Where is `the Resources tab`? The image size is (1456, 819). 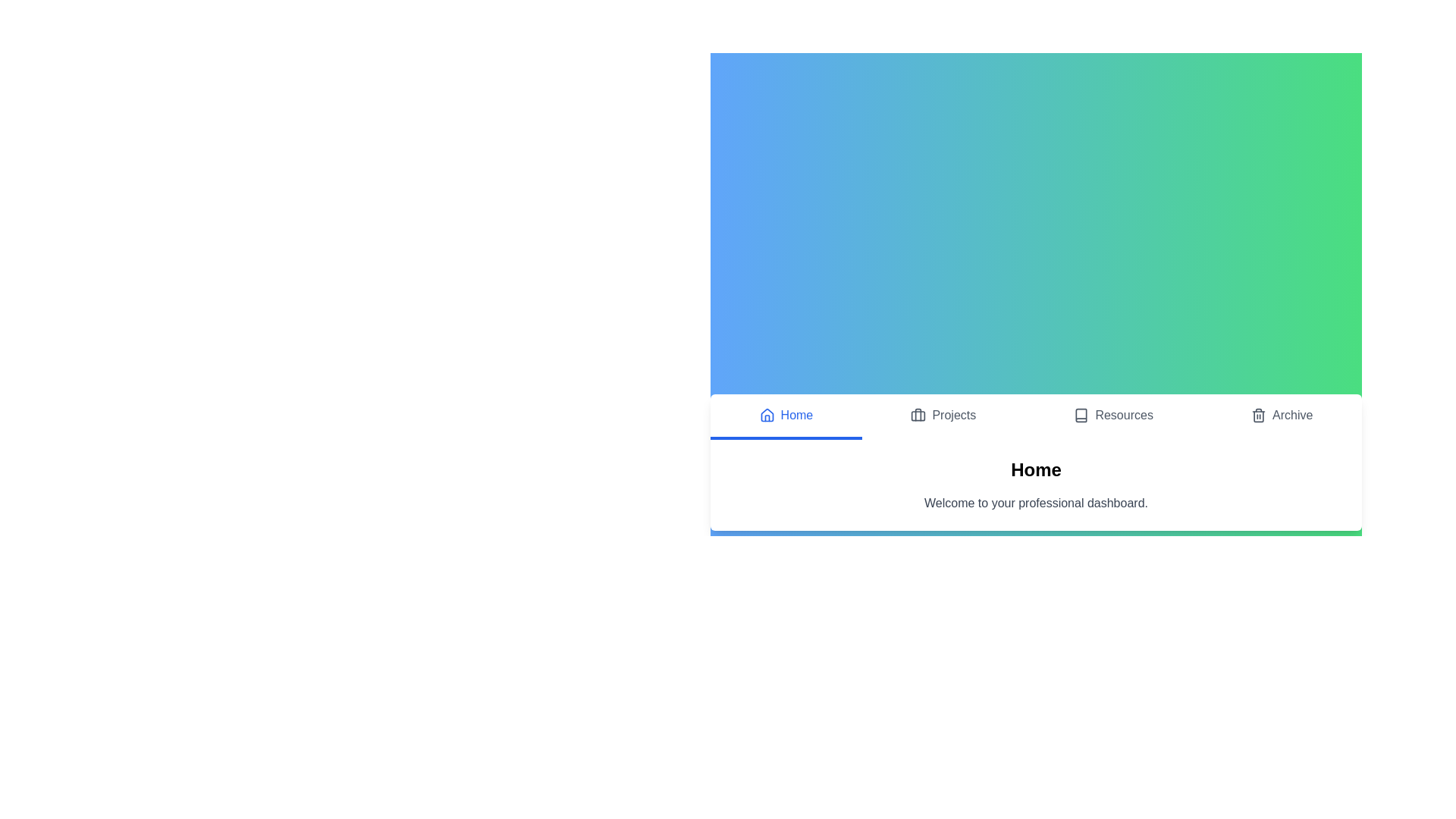 the Resources tab is located at coordinates (1113, 417).